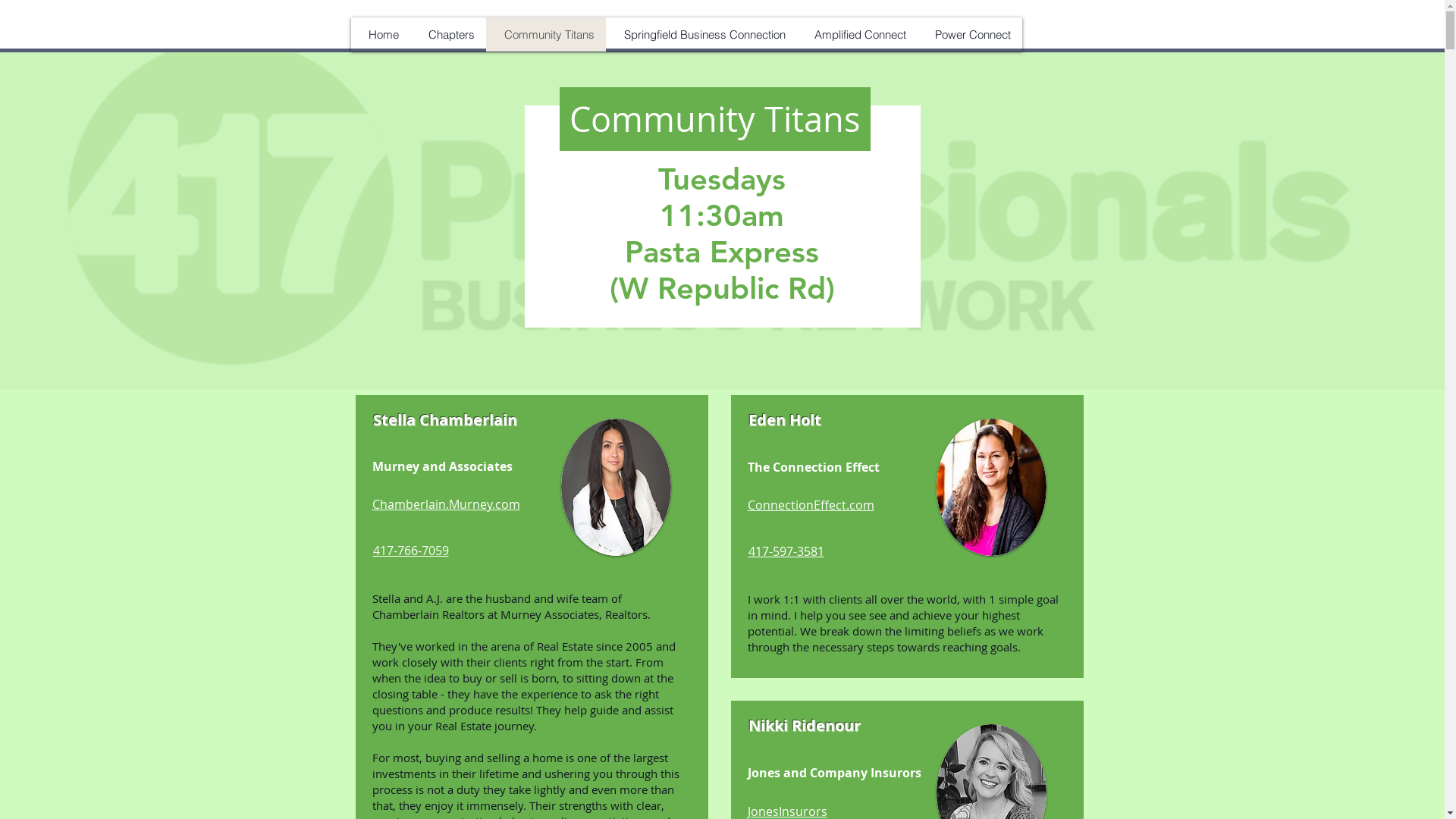 Image resolution: width=1456 pixels, height=819 pixels. Describe the element at coordinates (786, 551) in the screenshot. I see `'417-597-3581'` at that location.